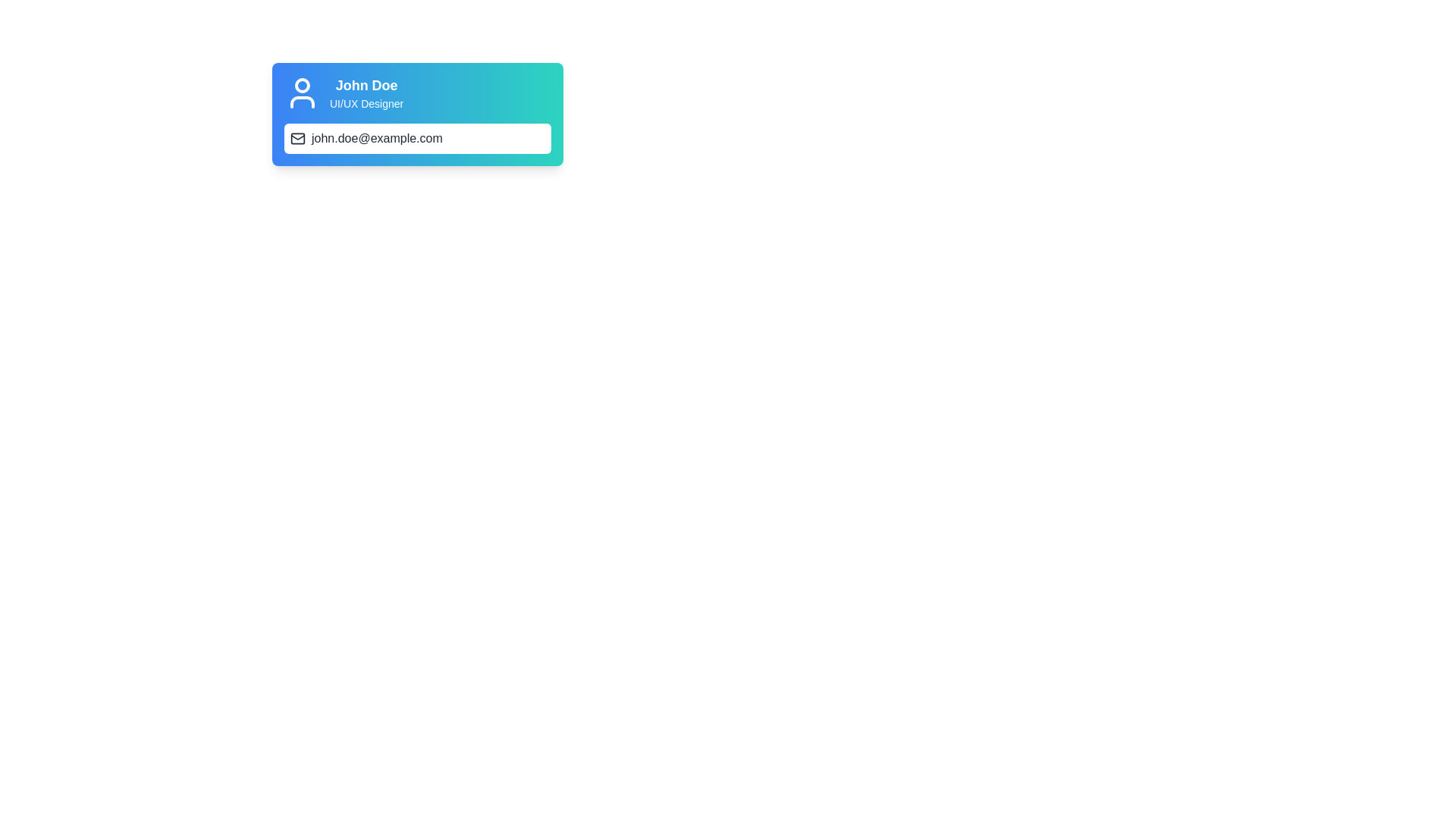 The height and width of the screenshot is (819, 1456). Describe the element at coordinates (298, 137) in the screenshot. I see `the bottom angle of the envelope icon within the mail icon on the user information card, which is aligned to the left of the email address field` at that location.